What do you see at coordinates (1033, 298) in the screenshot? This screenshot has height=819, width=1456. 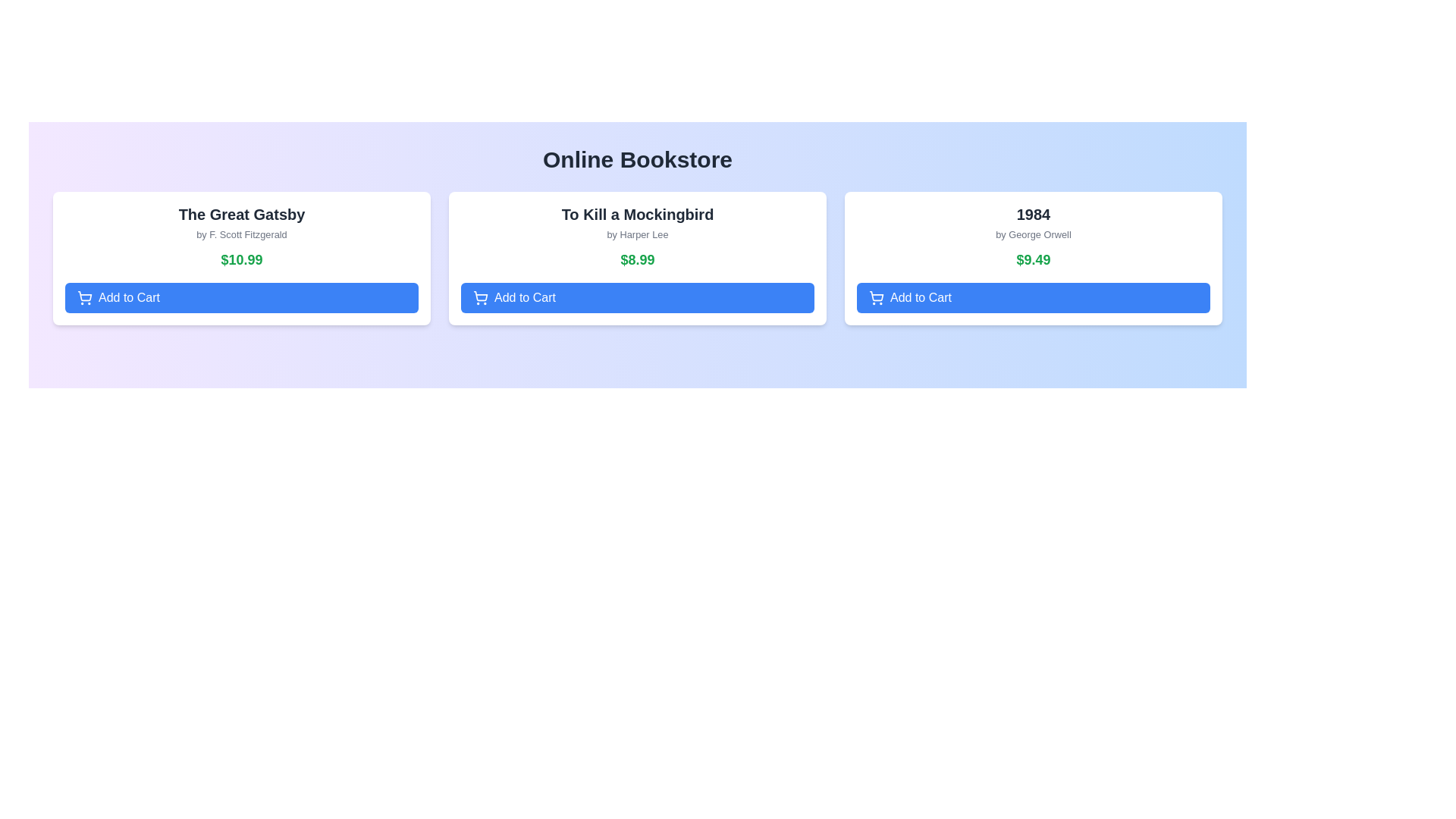 I see `the button located at the bottom-right corner of the card displaying the book '1984' by George Orwell` at bounding box center [1033, 298].